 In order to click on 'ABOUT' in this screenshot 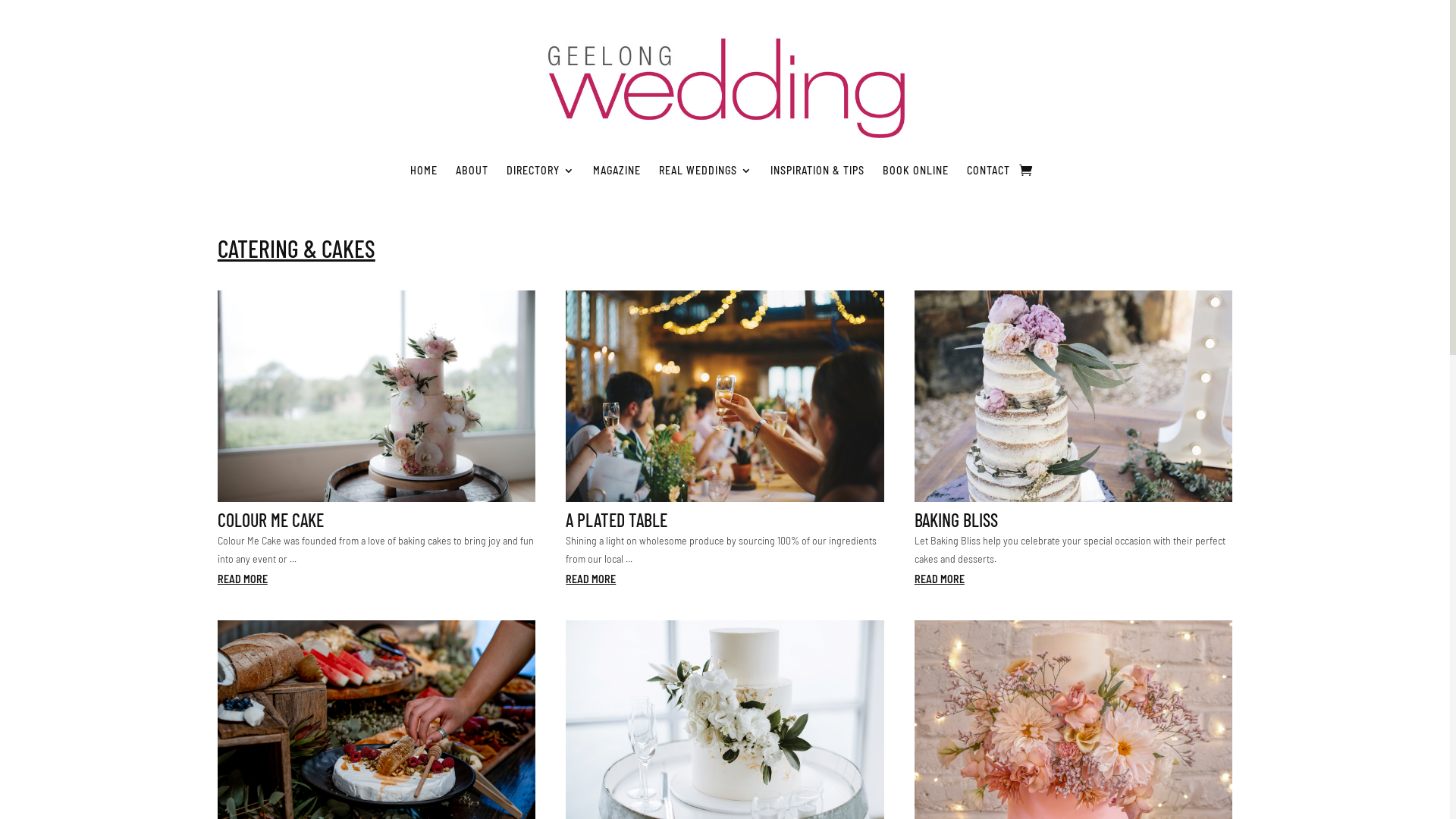, I will do `click(471, 170)`.